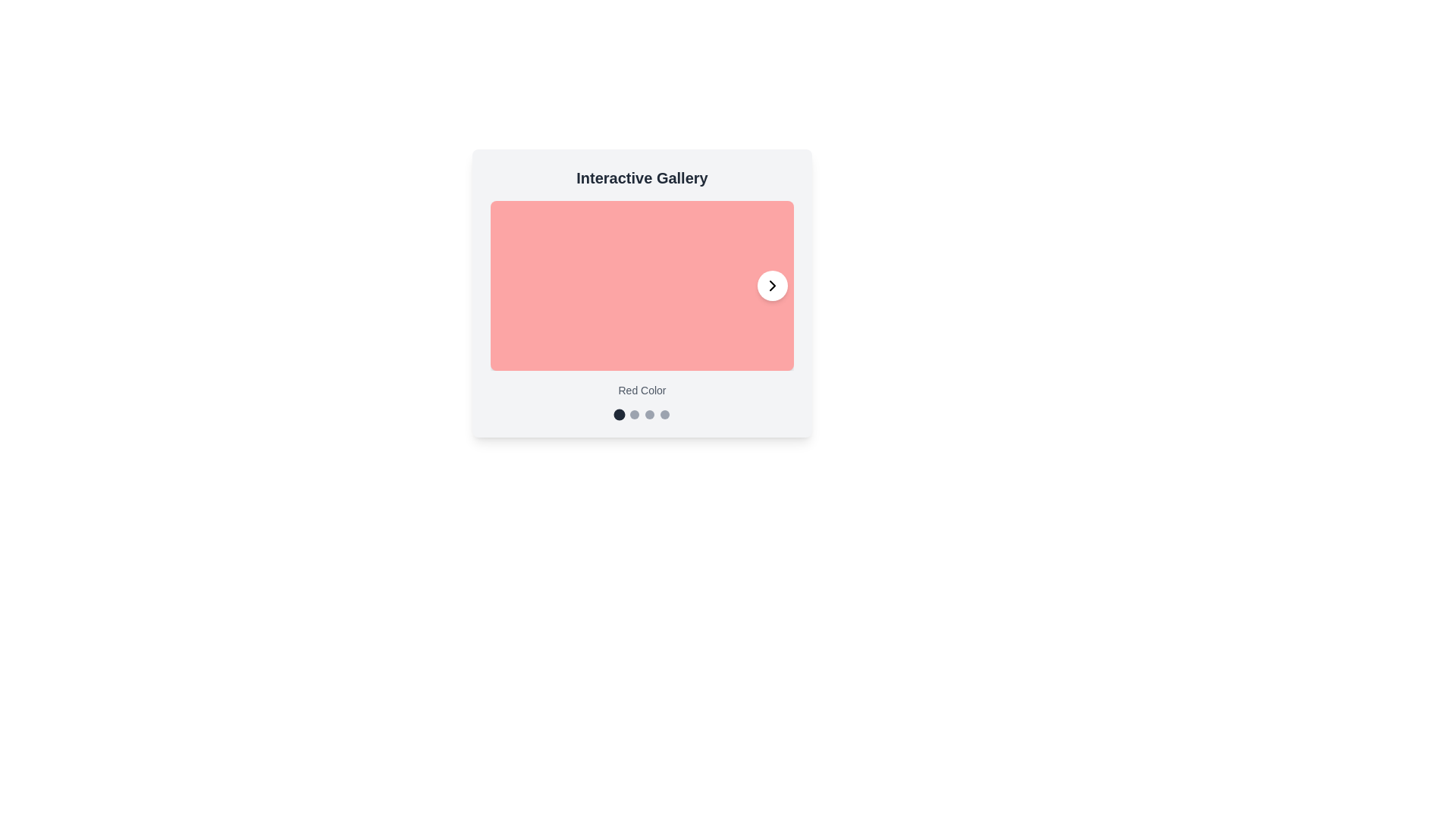 Image resolution: width=1456 pixels, height=819 pixels. Describe the element at coordinates (772, 286) in the screenshot. I see `the circular button with a white background and a black chevron pointing right` at that location.